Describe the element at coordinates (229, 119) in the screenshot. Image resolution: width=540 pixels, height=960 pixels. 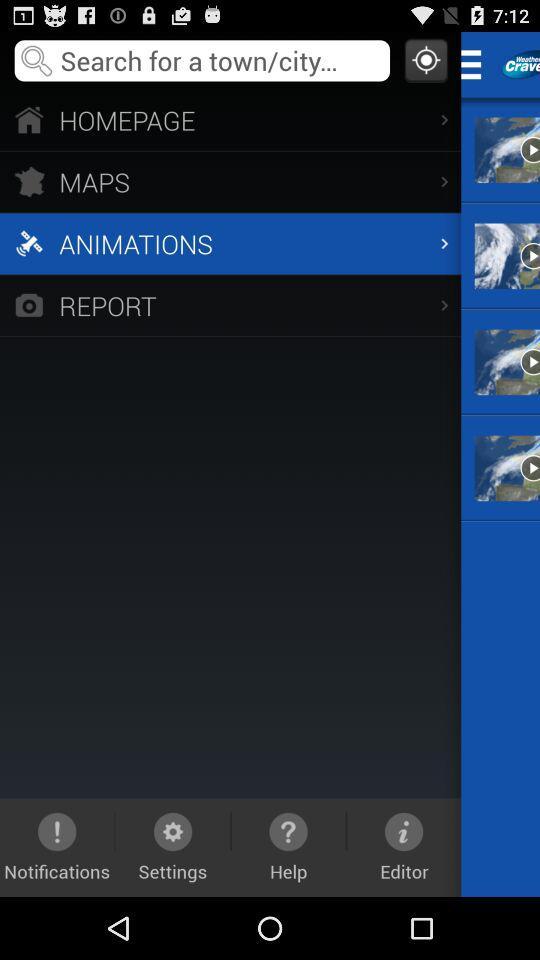
I see `the icon above maps icon` at that location.